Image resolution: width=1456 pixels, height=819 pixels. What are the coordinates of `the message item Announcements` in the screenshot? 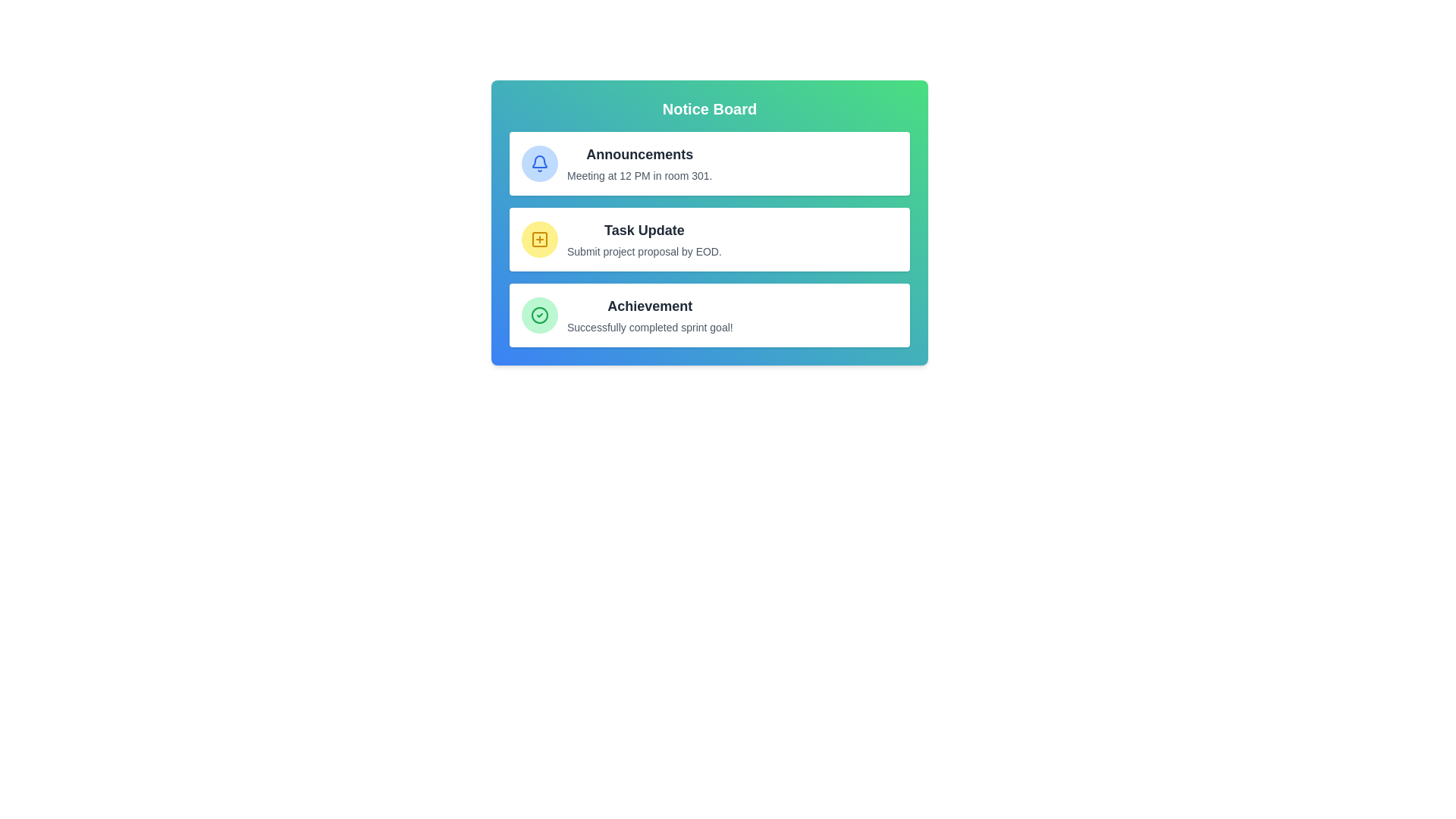 It's located at (709, 164).